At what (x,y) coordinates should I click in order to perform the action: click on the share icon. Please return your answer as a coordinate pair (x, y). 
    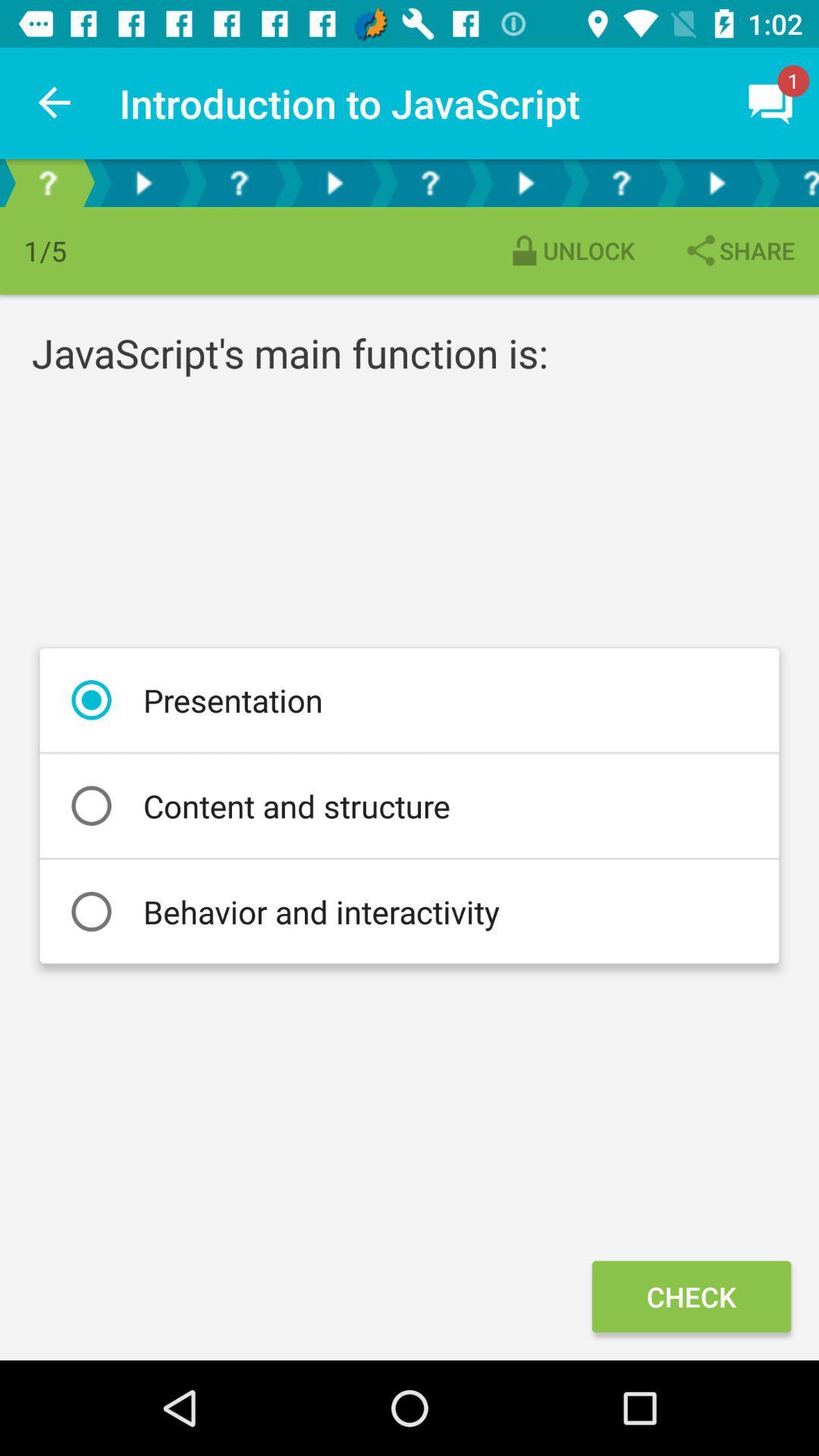
    Looking at the image, I should click on (738, 250).